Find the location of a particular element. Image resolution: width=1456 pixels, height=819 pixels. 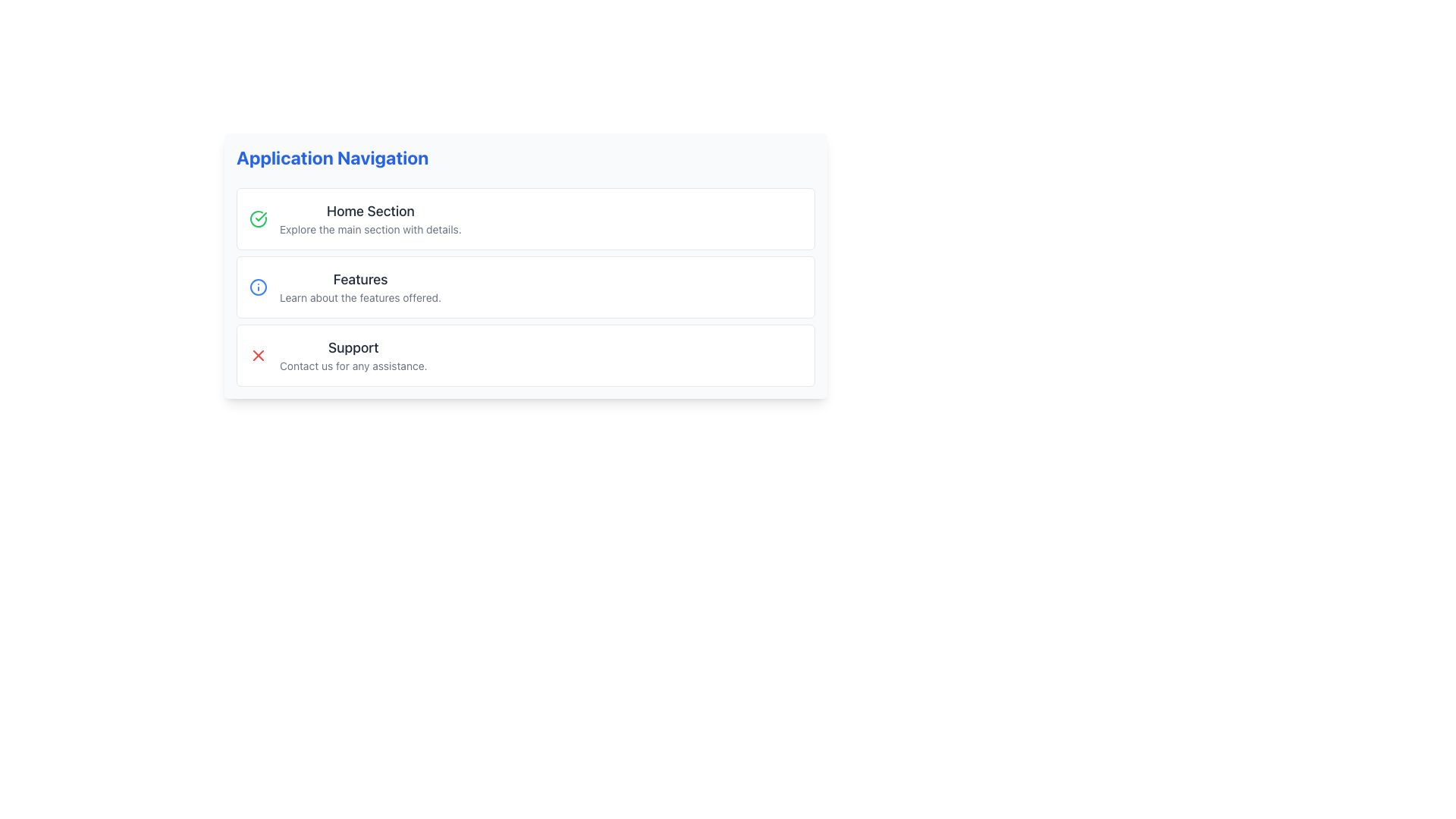

the green circular checkmark icon is located at coordinates (258, 219).